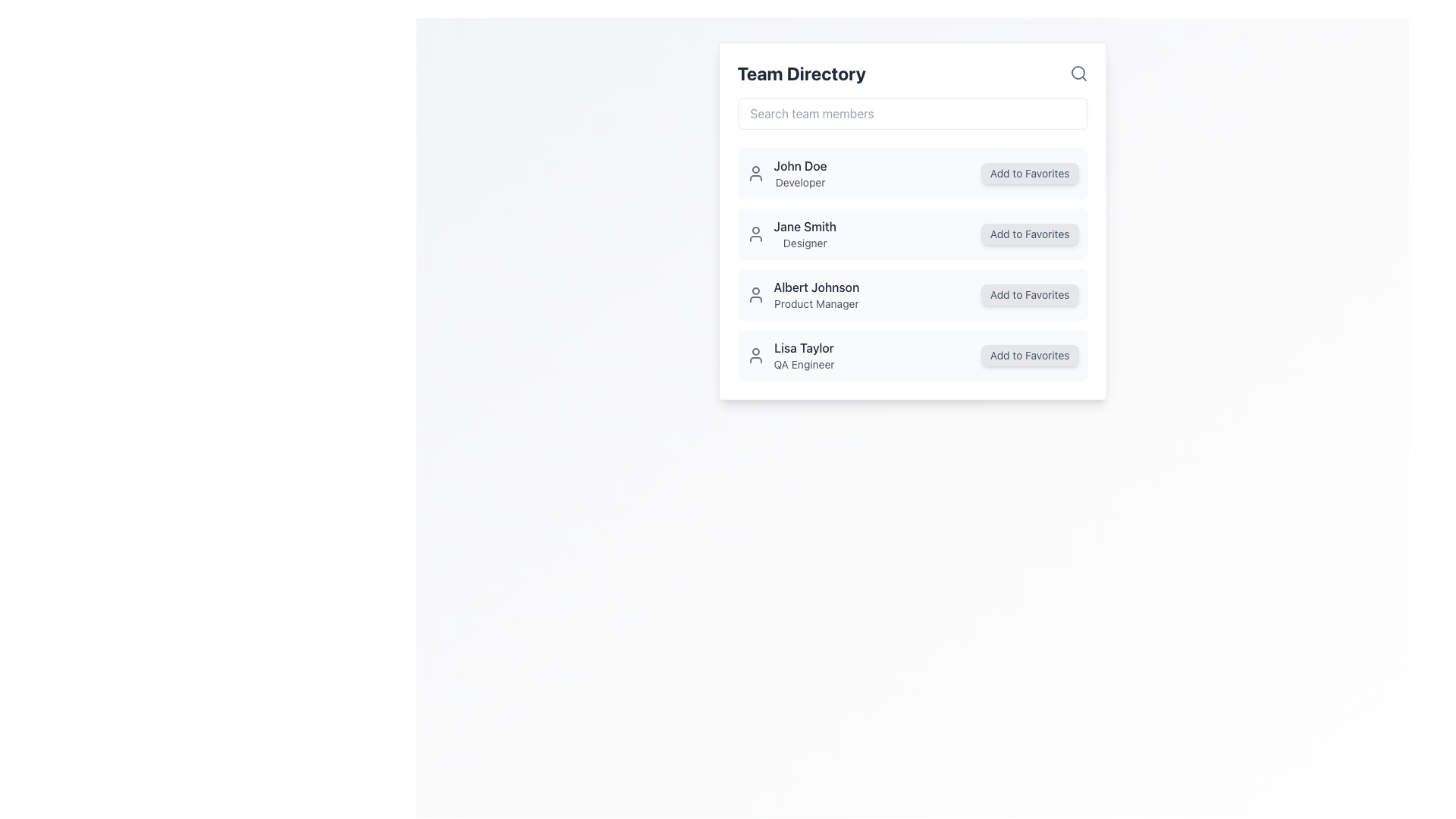  Describe the element at coordinates (1077, 73) in the screenshot. I see `the circular search icon element located in the top-right corner of the application header` at that location.